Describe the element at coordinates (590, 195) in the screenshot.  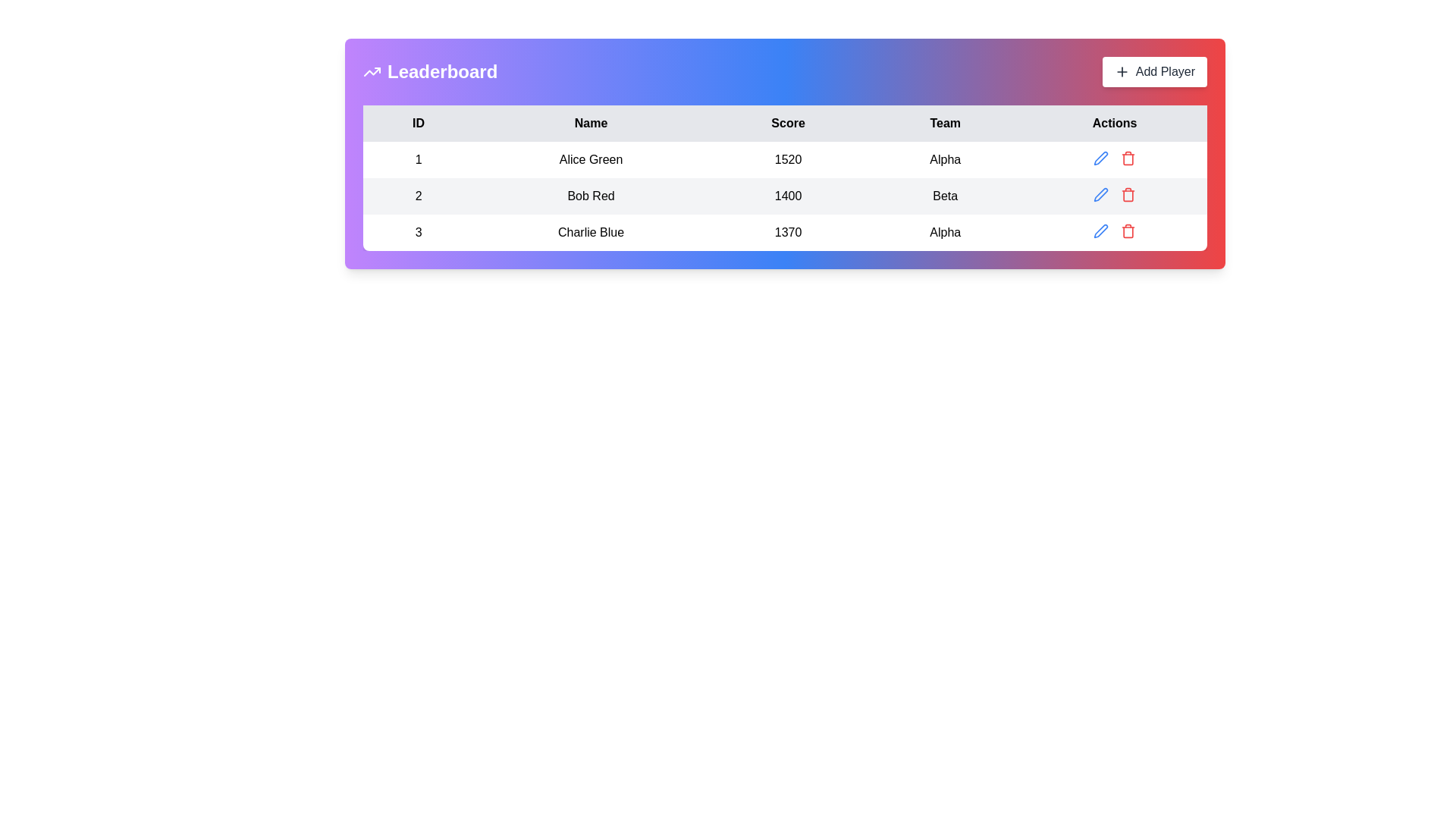
I see `the text label displaying the name of the participant associated with ID '2' in the leaderboard, located in the second column under the 'Name' header` at that location.